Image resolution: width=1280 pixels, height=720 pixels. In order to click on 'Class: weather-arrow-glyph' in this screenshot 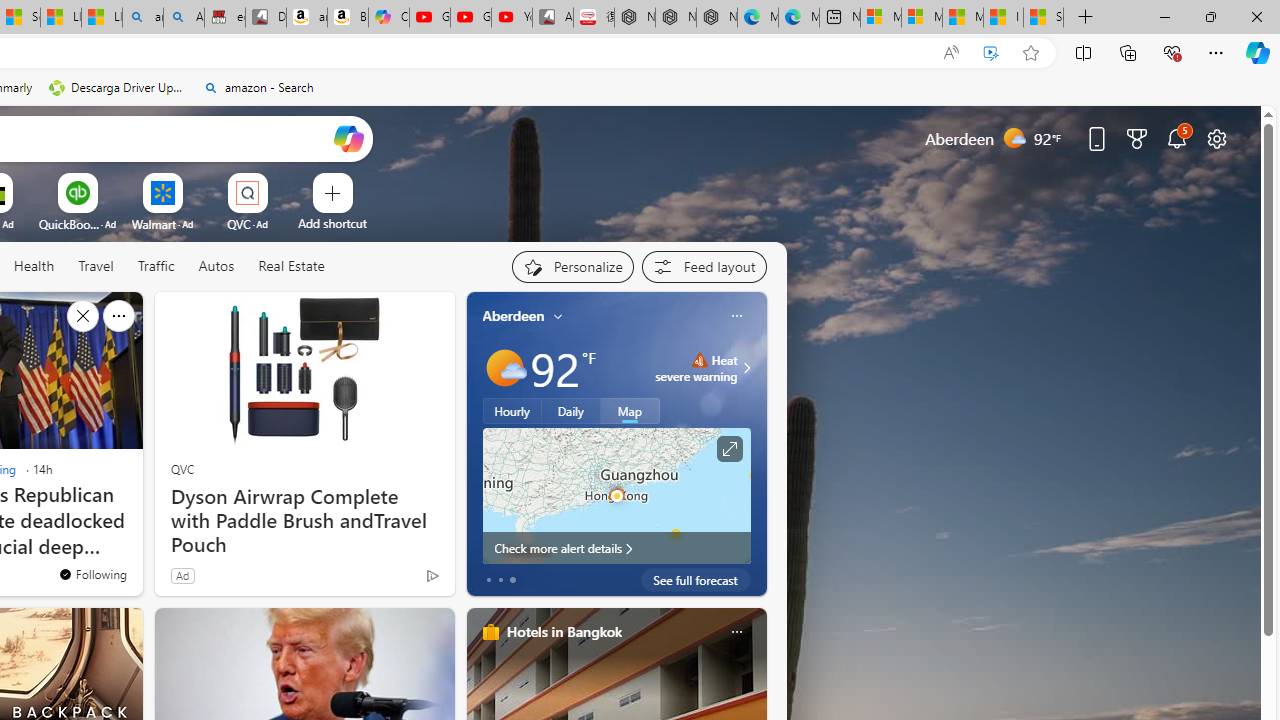, I will do `click(745, 367)`.